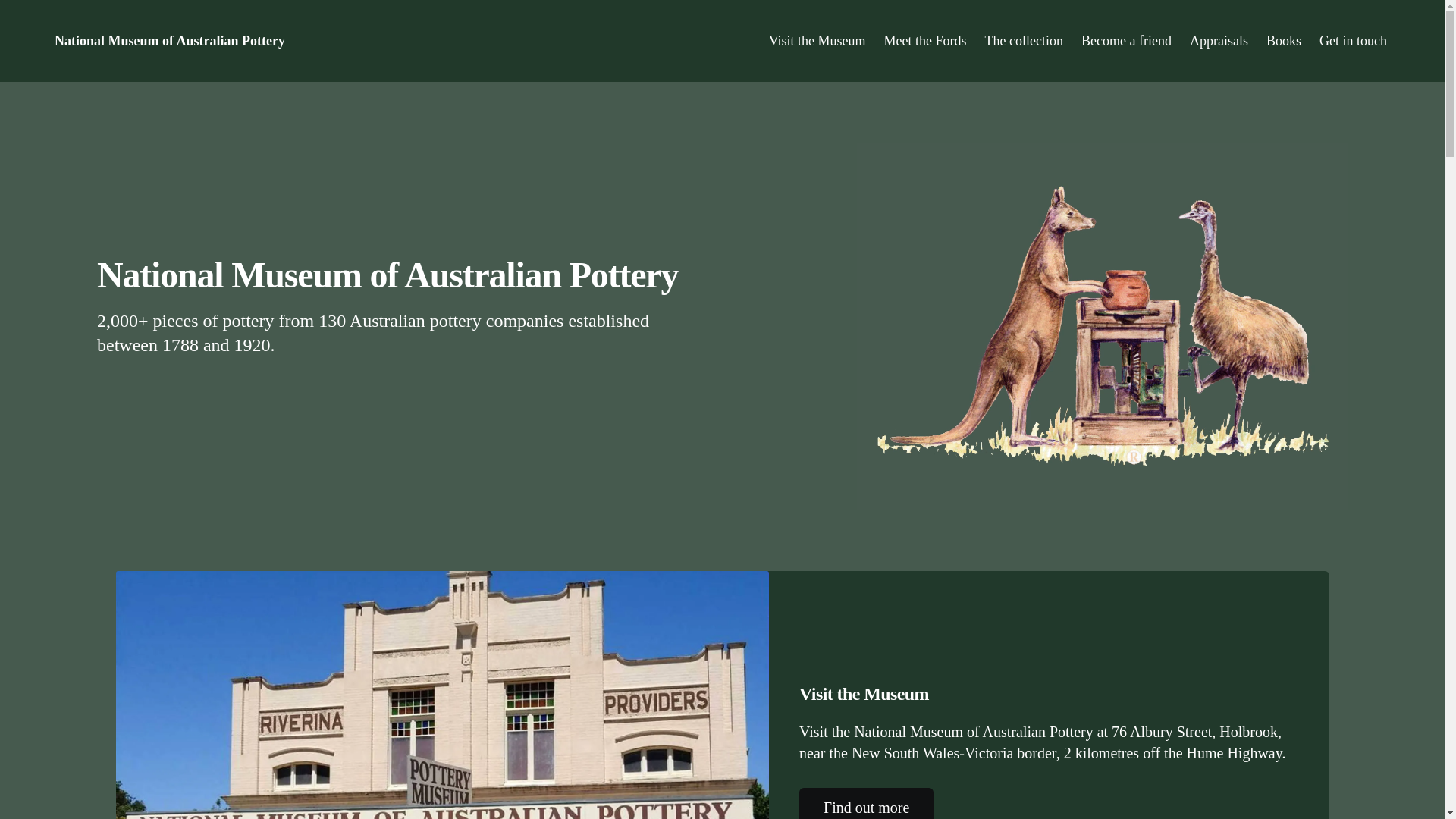  I want to click on 'Books', so click(1283, 40).